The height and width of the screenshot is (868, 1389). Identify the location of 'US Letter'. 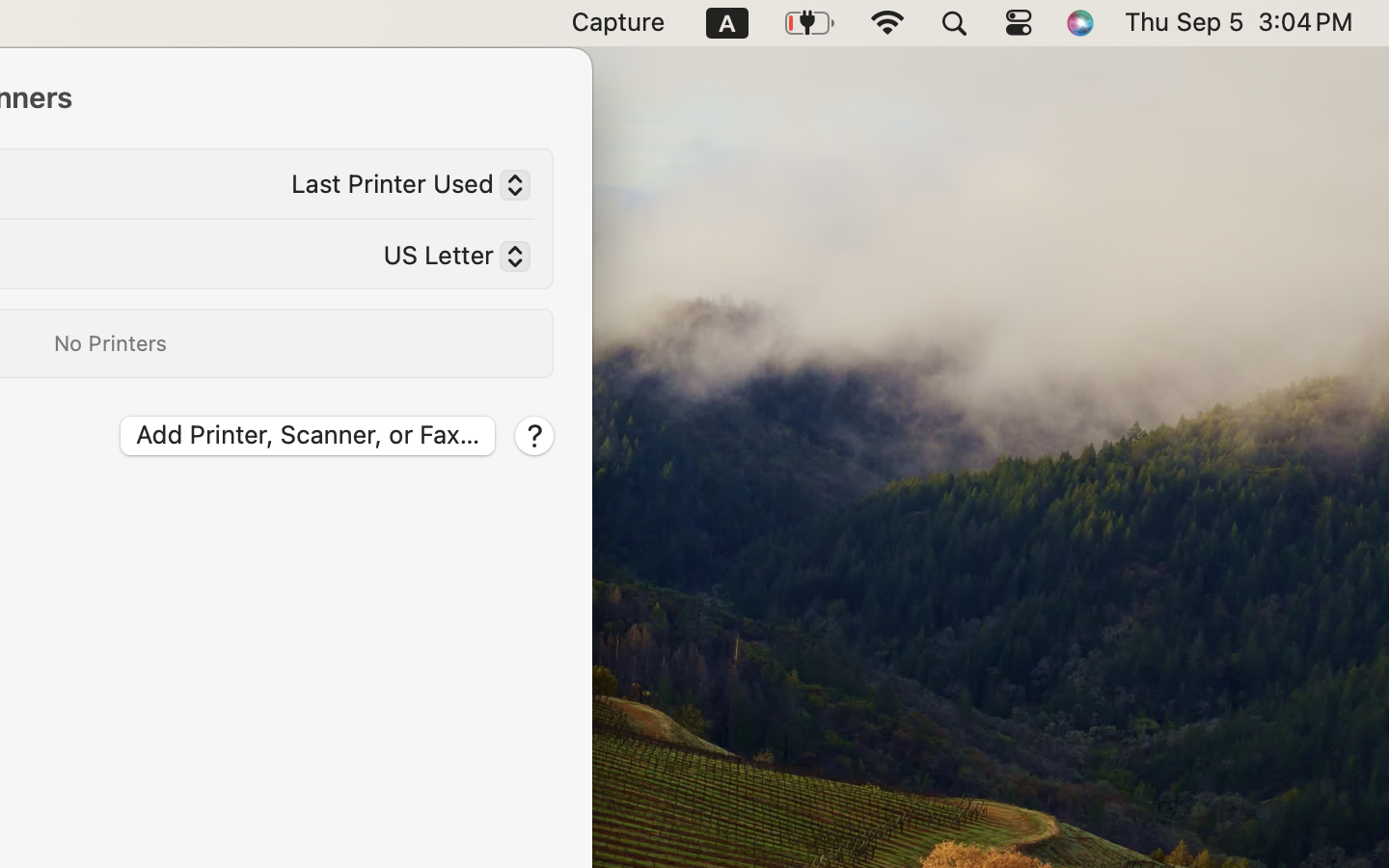
(448, 258).